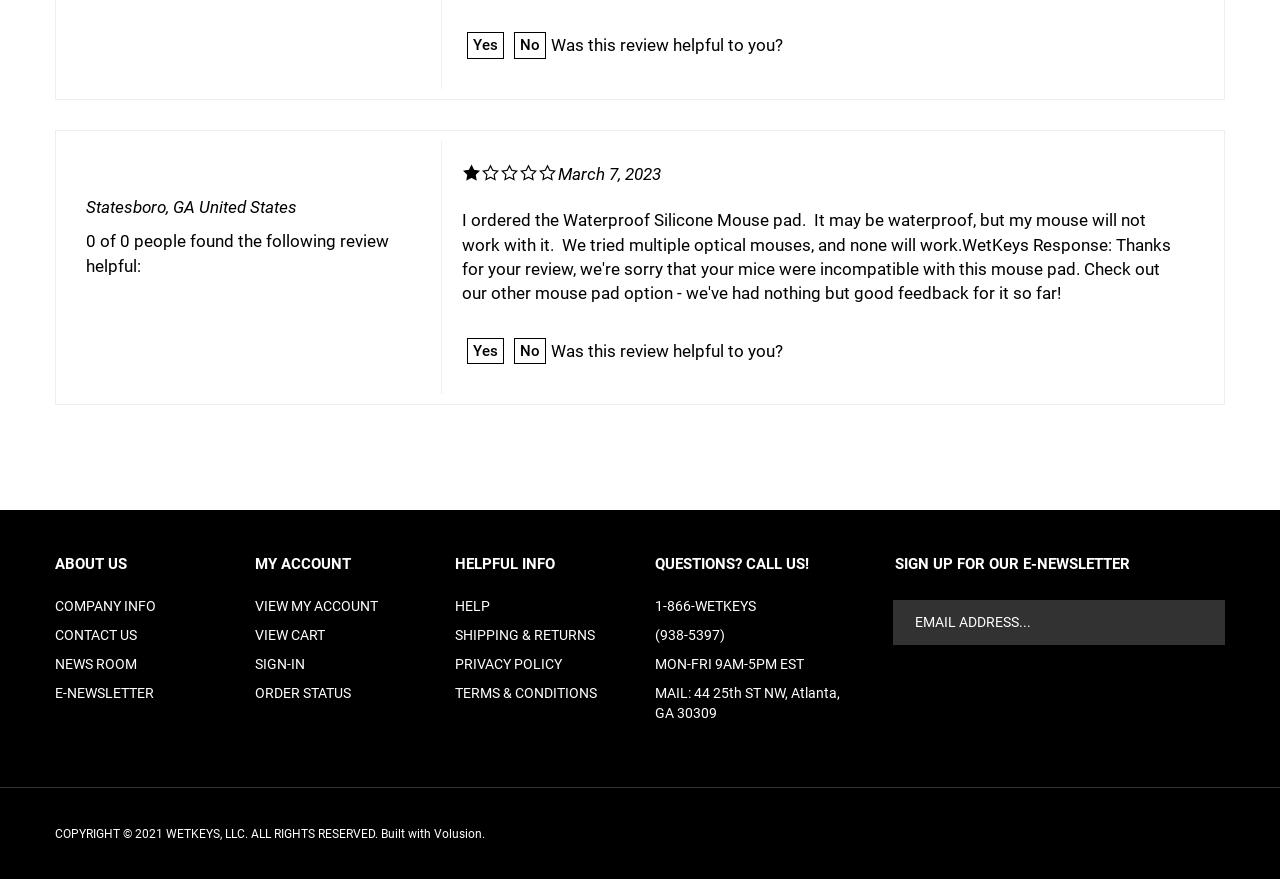 The height and width of the screenshot is (879, 1280). I want to click on 'SIGN-IN', so click(279, 662).